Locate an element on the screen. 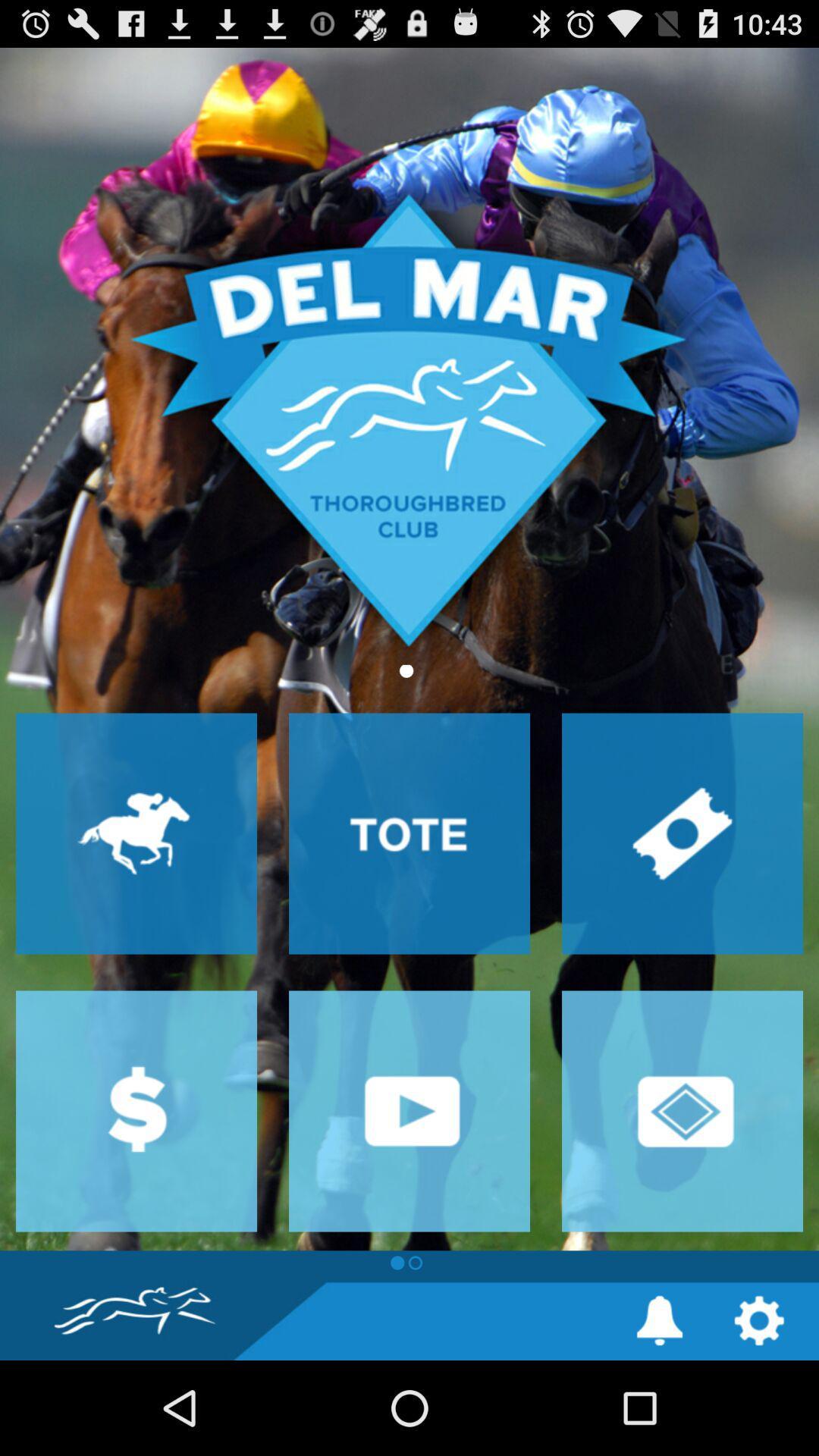  this button in play key is located at coordinates (409, 1111).